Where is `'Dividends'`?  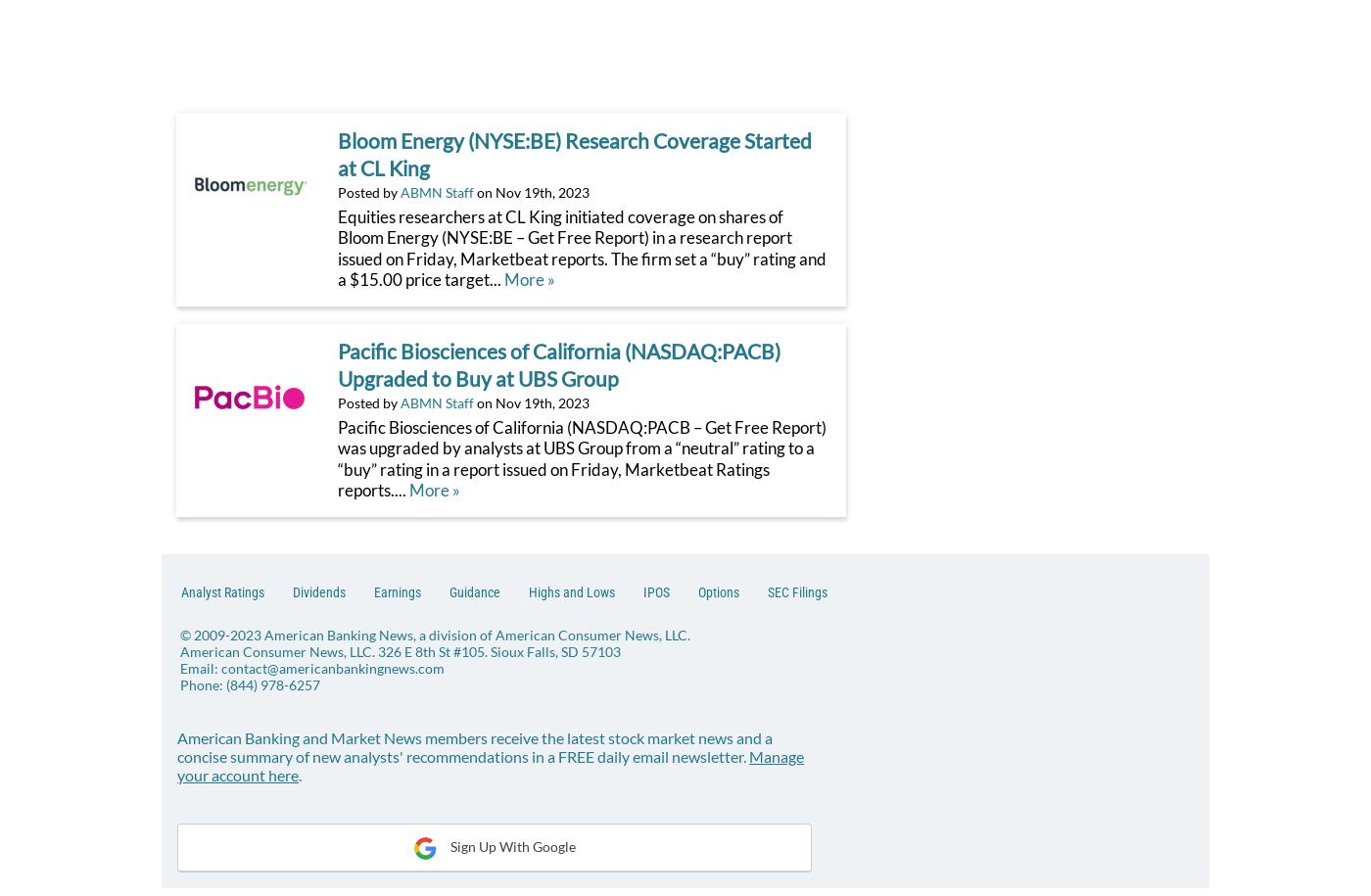
'Dividends' is located at coordinates (319, 589).